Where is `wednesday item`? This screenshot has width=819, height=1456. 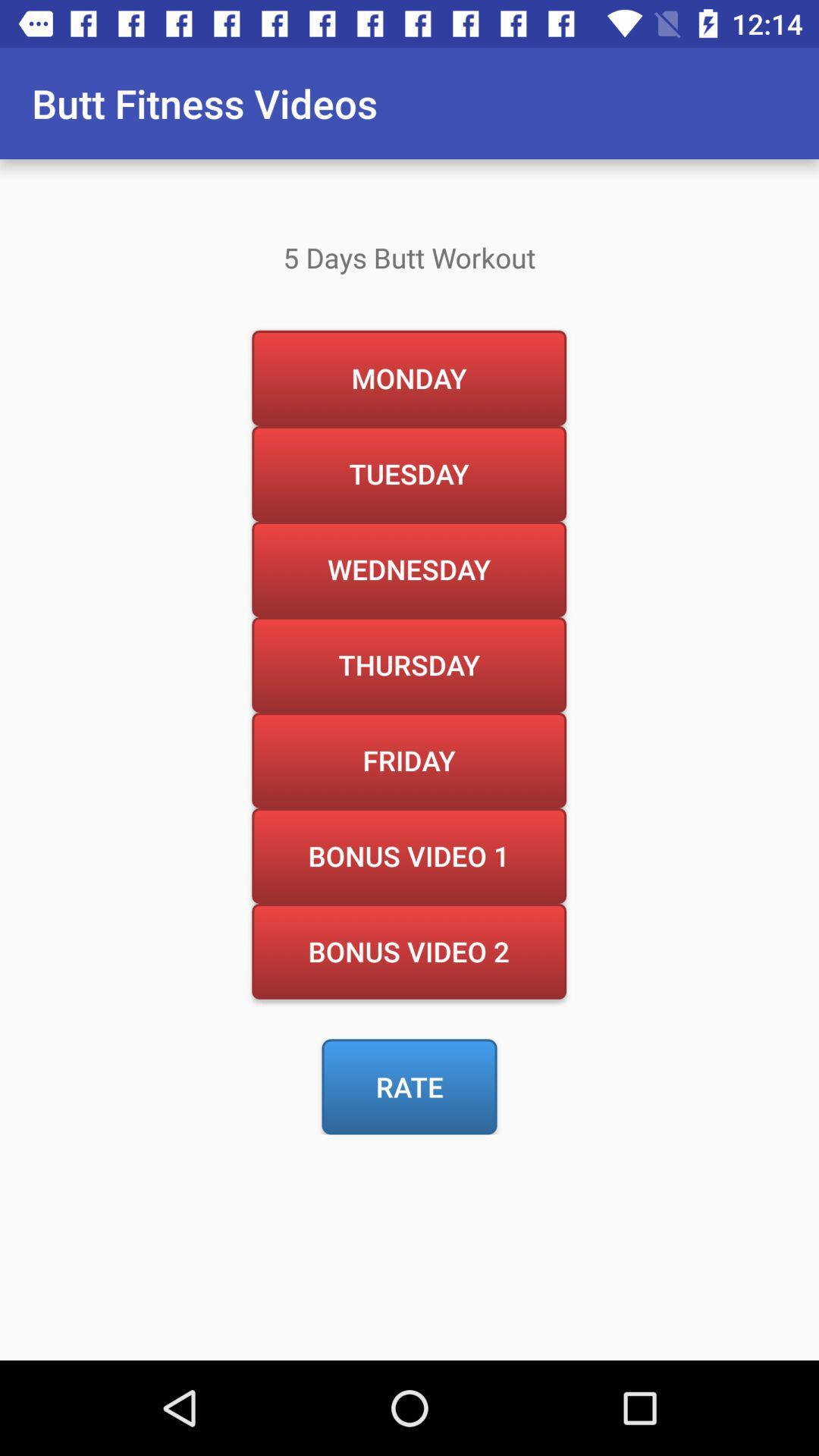 wednesday item is located at coordinates (408, 568).